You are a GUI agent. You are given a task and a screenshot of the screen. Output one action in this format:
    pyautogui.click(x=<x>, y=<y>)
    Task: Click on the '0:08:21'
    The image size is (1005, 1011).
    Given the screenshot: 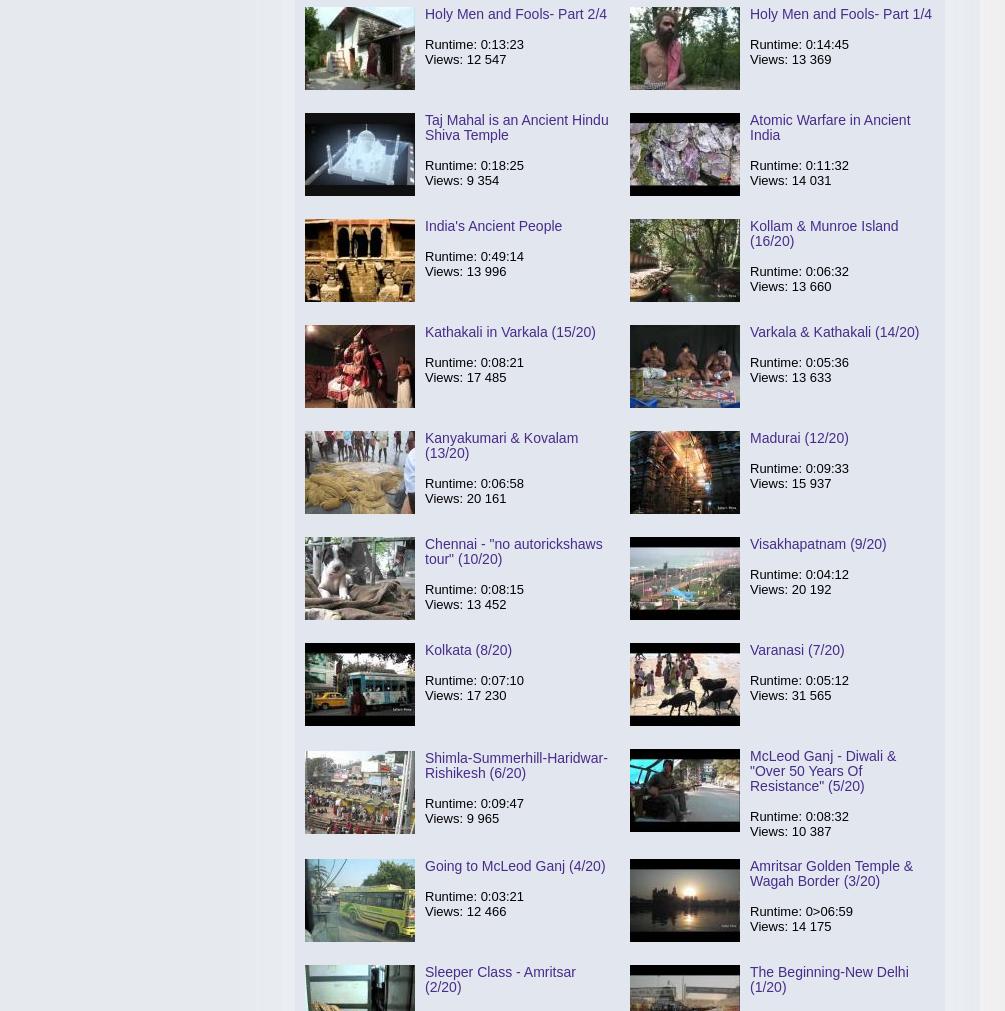 What is the action you would take?
    pyautogui.click(x=501, y=361)
    